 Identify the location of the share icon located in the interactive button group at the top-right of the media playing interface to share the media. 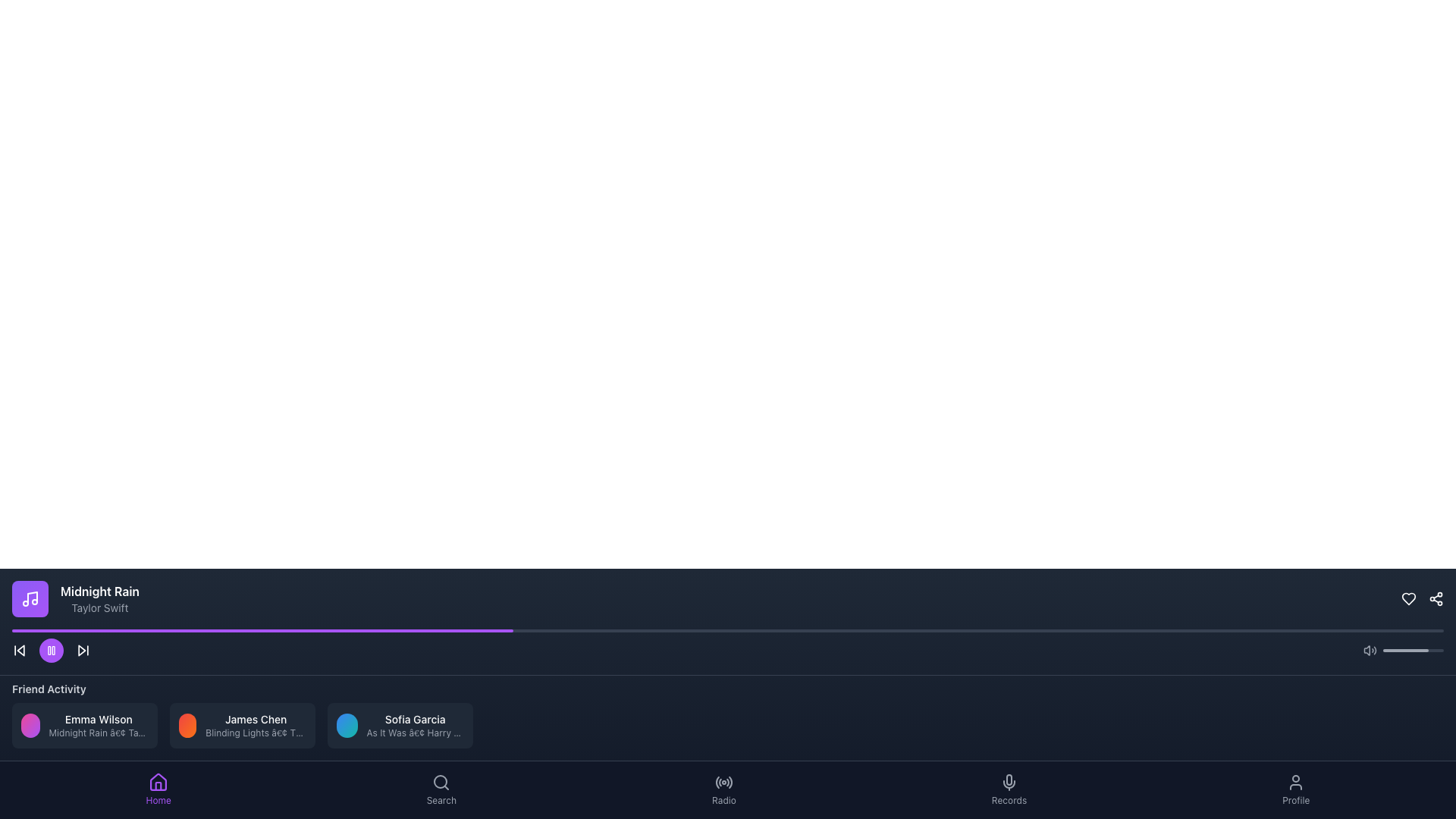
(1422, 598).